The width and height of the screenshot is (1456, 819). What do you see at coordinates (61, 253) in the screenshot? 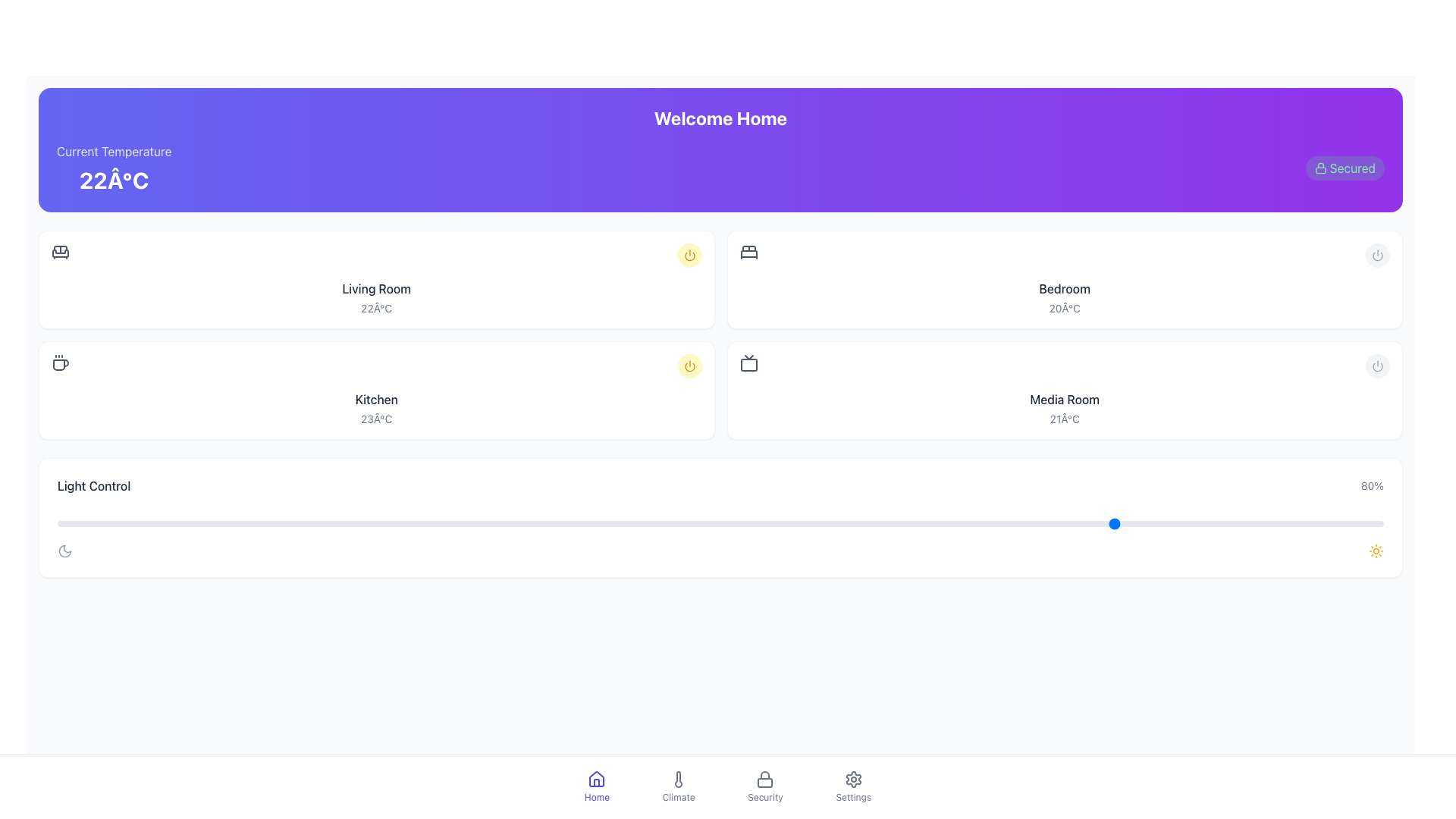
I see `the Living Room icon located in the top-left portion of the interface, which visually indicates the living room area` at bounding box center [61, 253].